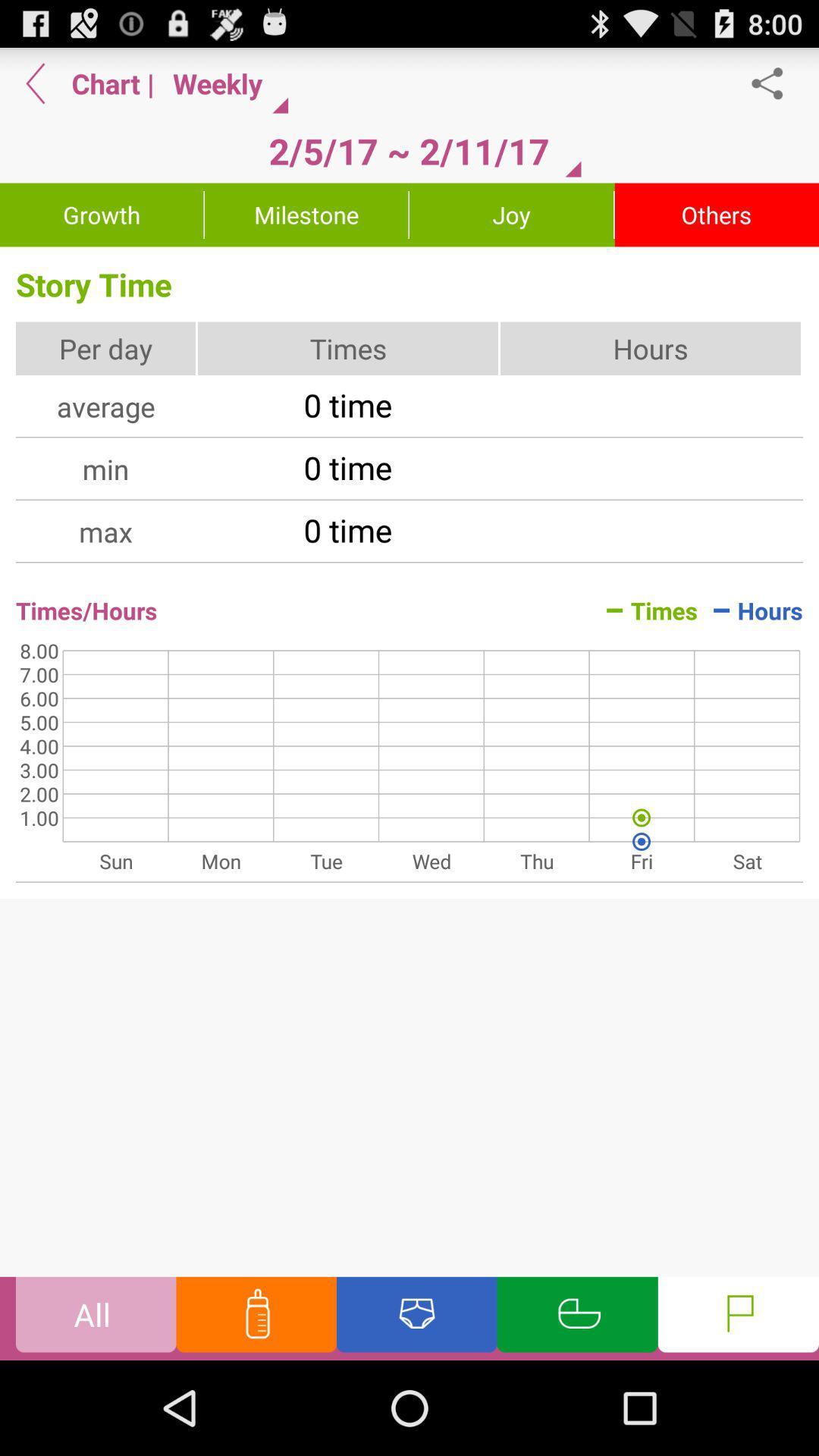 This screenshot has height=1456, width=819. What do you see at coordinates (35, 83) in the screenshot?
I see `app next to chart app` at bounding box center [35, 83].